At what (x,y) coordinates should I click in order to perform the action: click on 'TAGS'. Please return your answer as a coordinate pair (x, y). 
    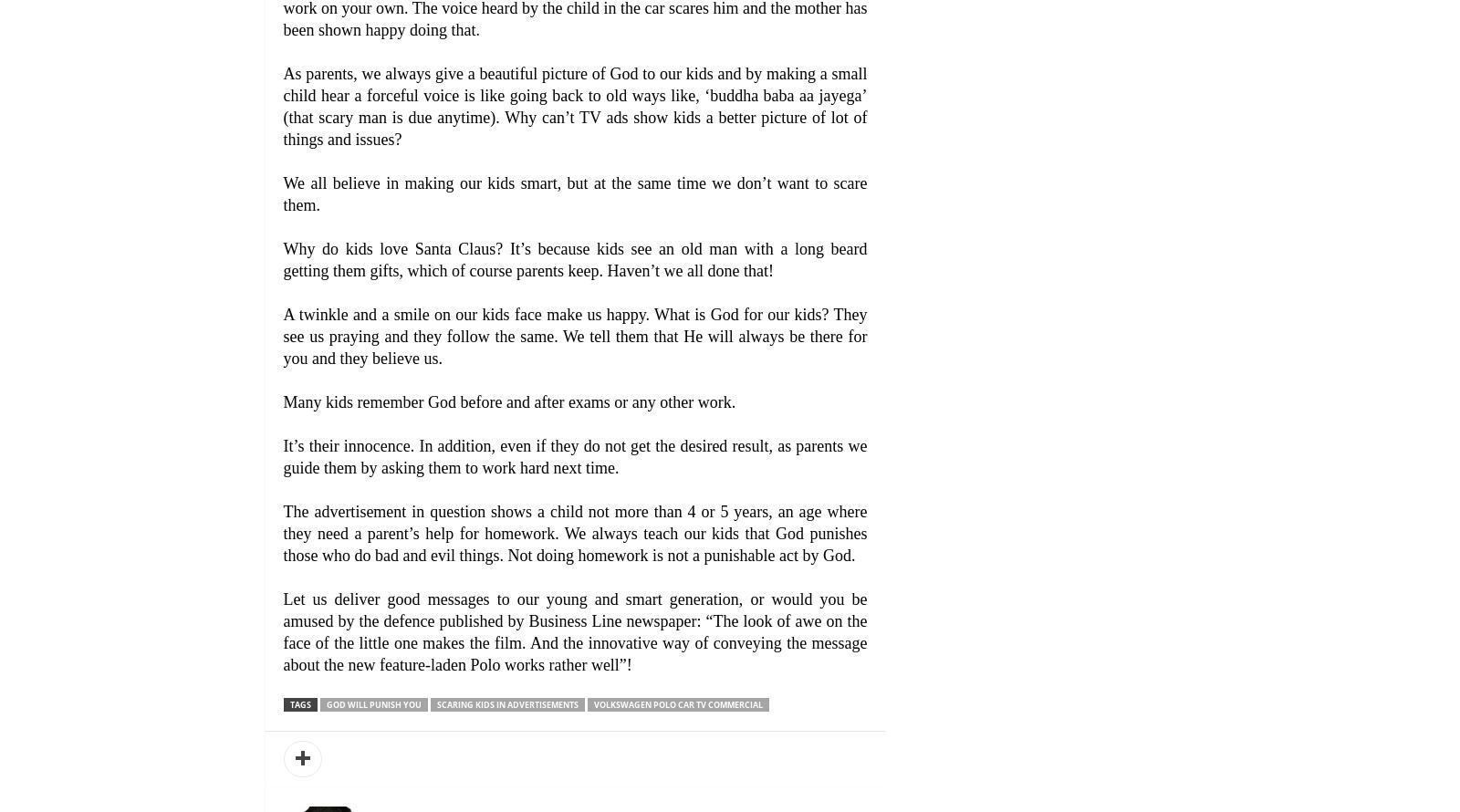
    Looking at the image, I should click on (288, 704).